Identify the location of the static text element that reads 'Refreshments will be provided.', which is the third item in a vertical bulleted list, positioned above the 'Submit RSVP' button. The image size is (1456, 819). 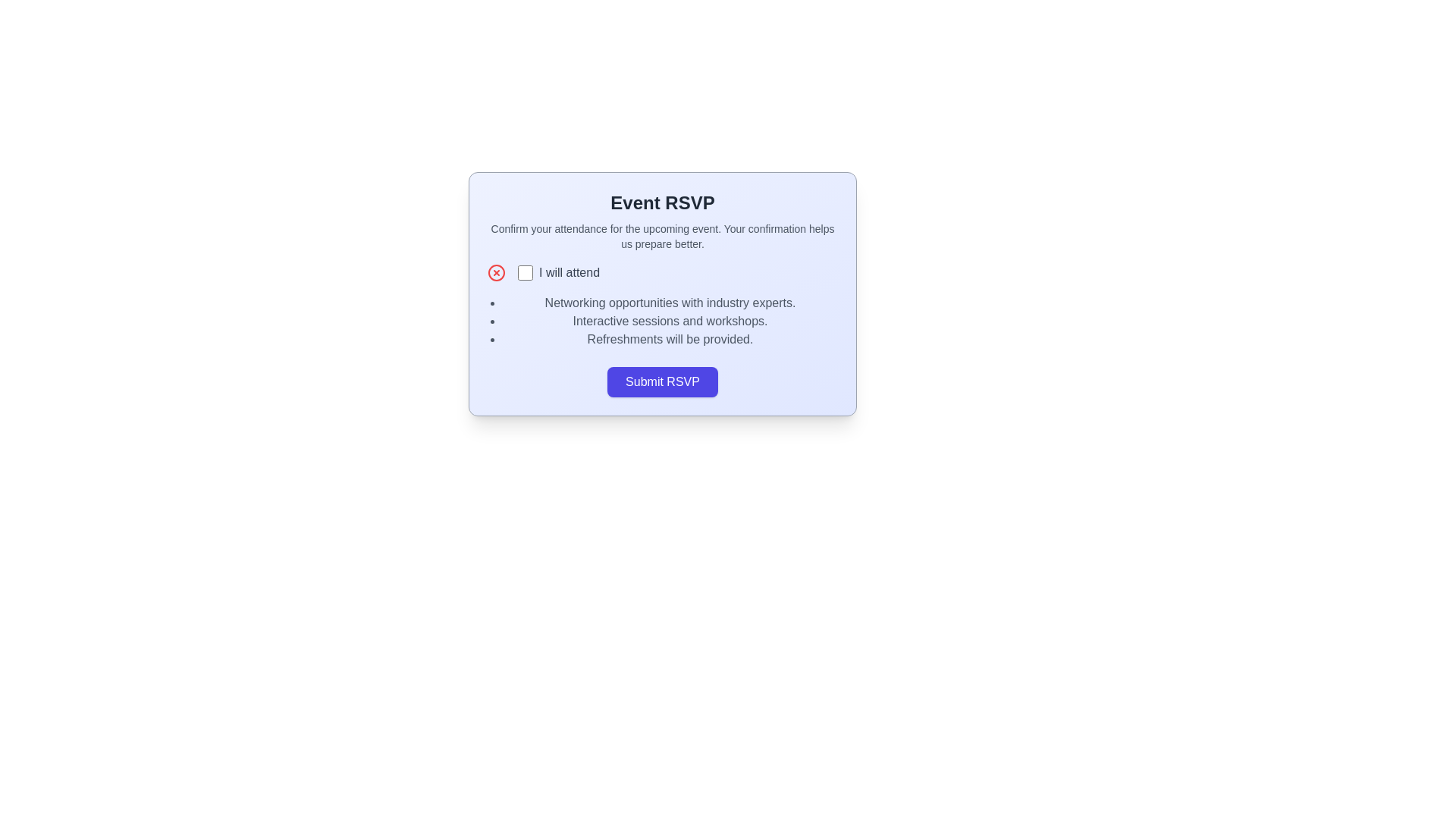
(669, 338).